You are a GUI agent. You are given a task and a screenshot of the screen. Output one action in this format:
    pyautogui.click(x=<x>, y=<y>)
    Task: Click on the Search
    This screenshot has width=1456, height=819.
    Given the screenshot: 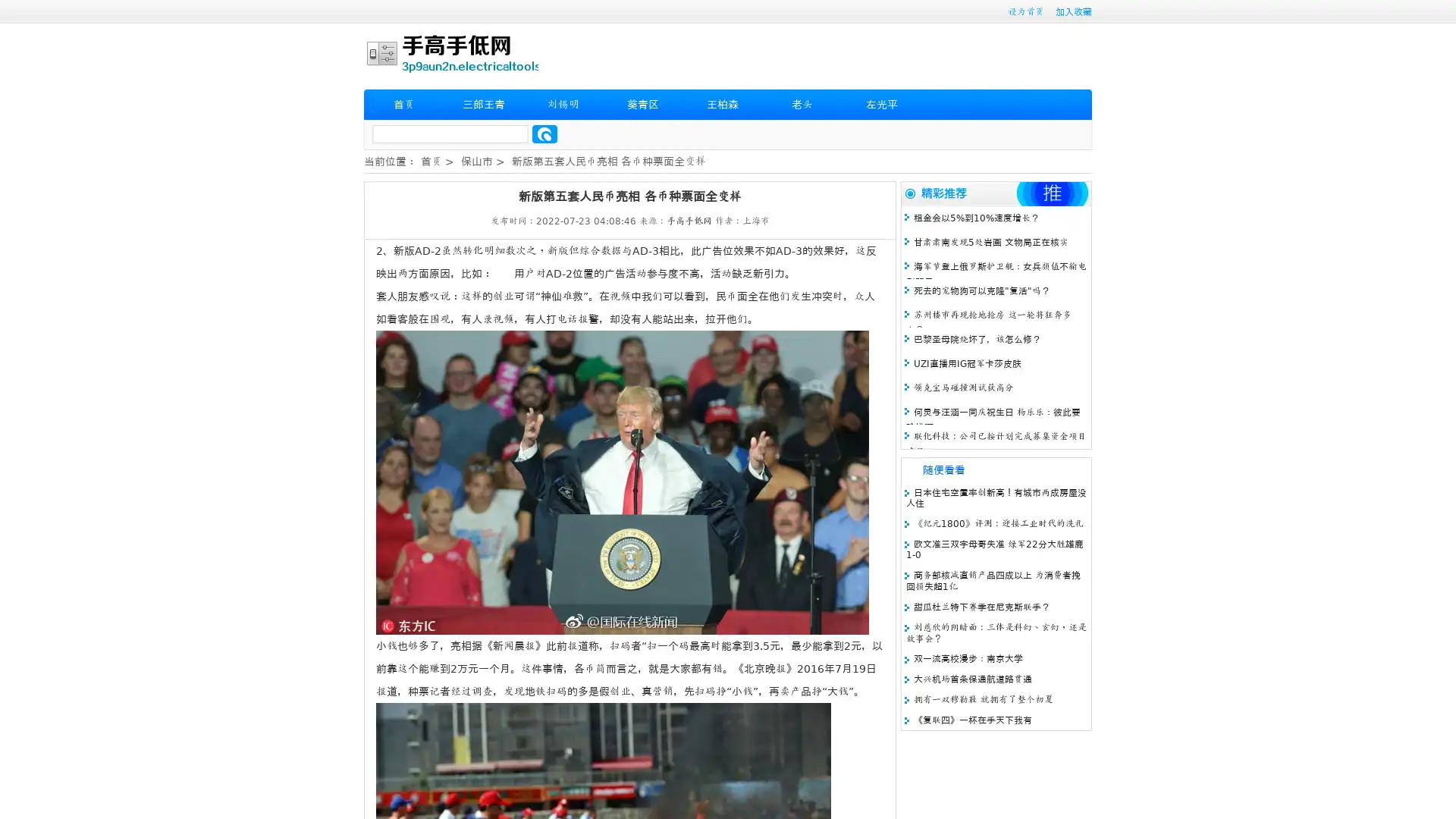 What is the action you would take?
    pyautogui.click(x=544, y=133)
    